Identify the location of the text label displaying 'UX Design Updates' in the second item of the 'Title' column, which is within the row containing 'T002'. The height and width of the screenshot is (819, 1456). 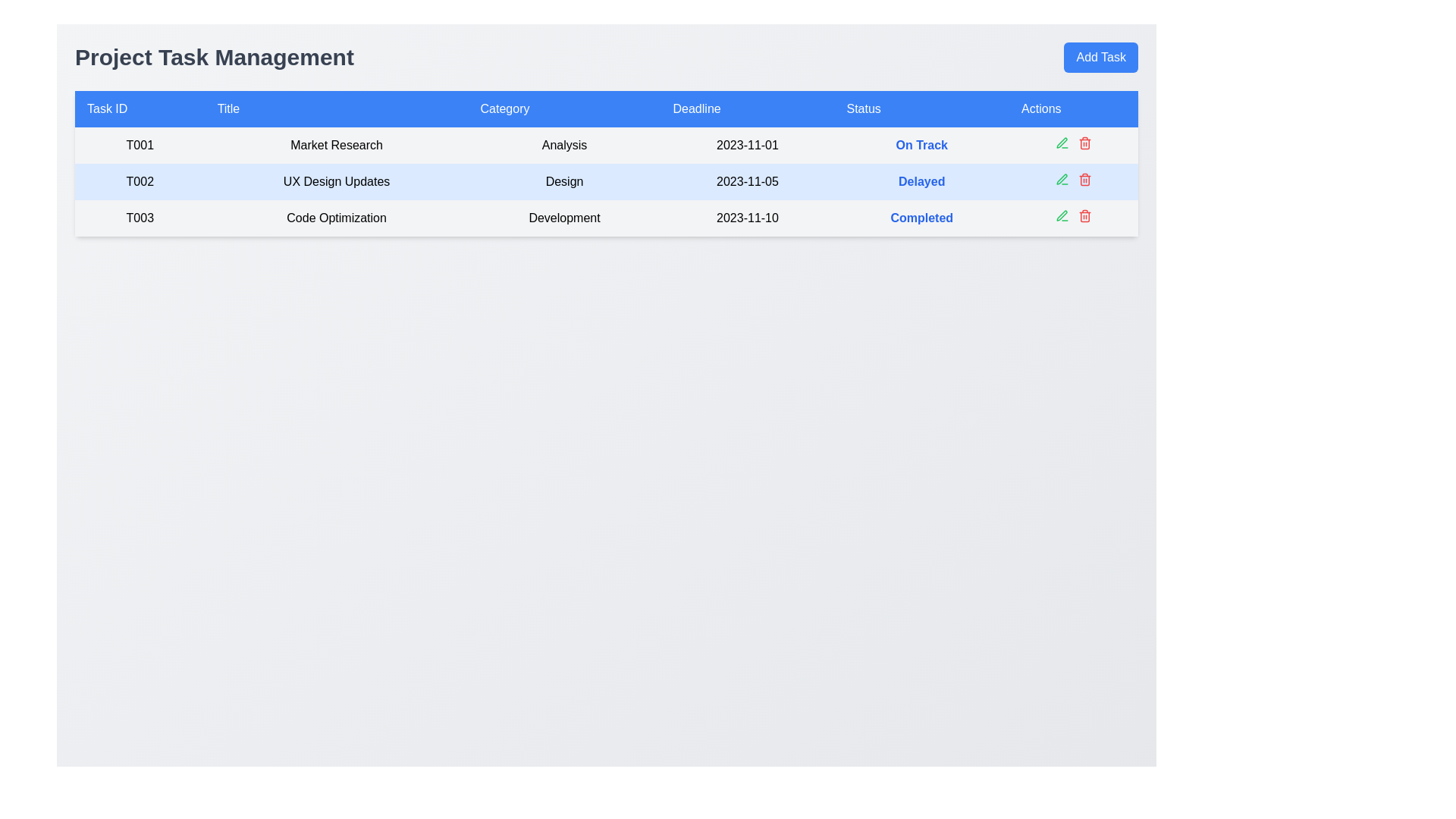
(336, 180).